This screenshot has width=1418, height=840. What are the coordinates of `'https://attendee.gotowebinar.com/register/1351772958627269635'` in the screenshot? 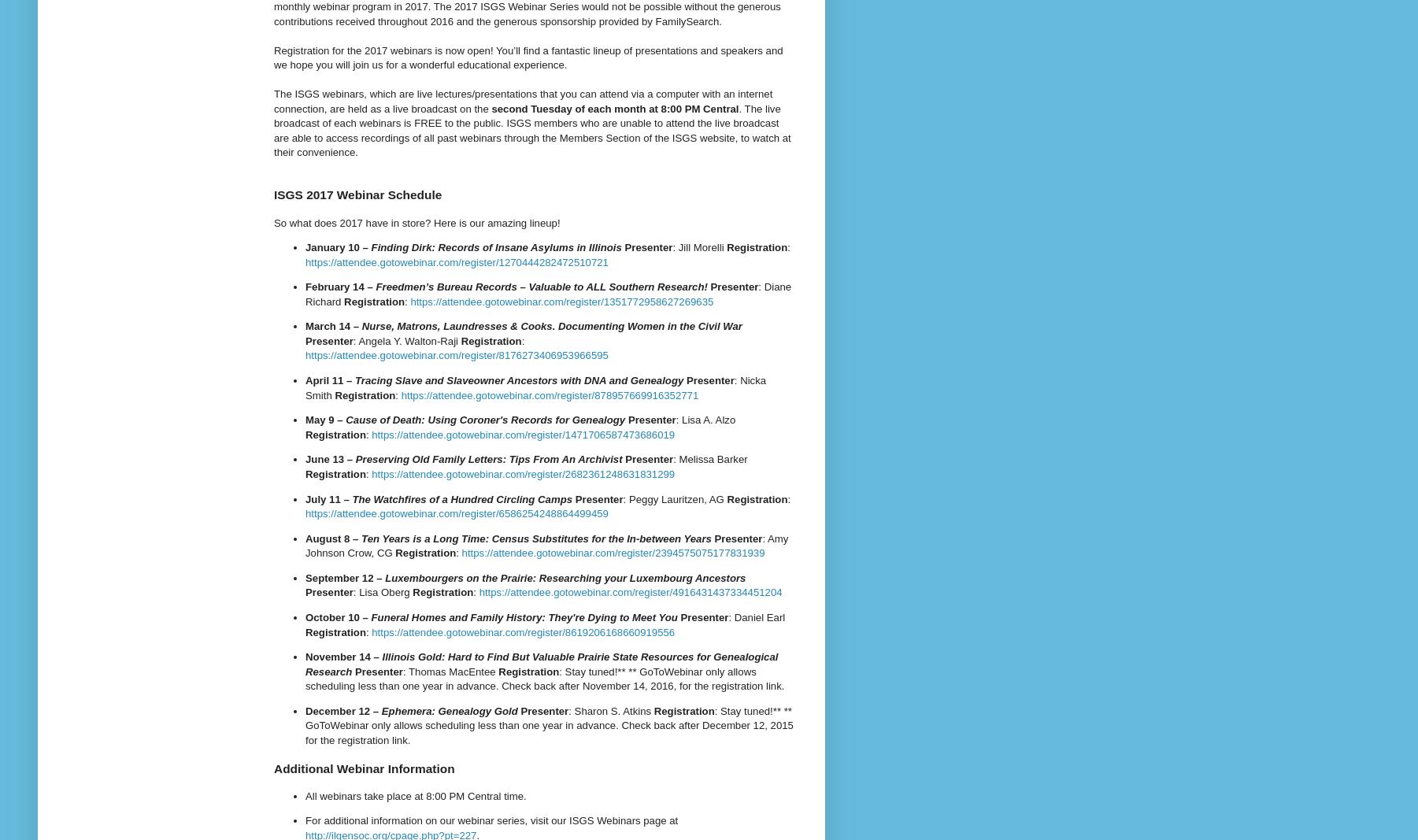 It's located at (561, 300).